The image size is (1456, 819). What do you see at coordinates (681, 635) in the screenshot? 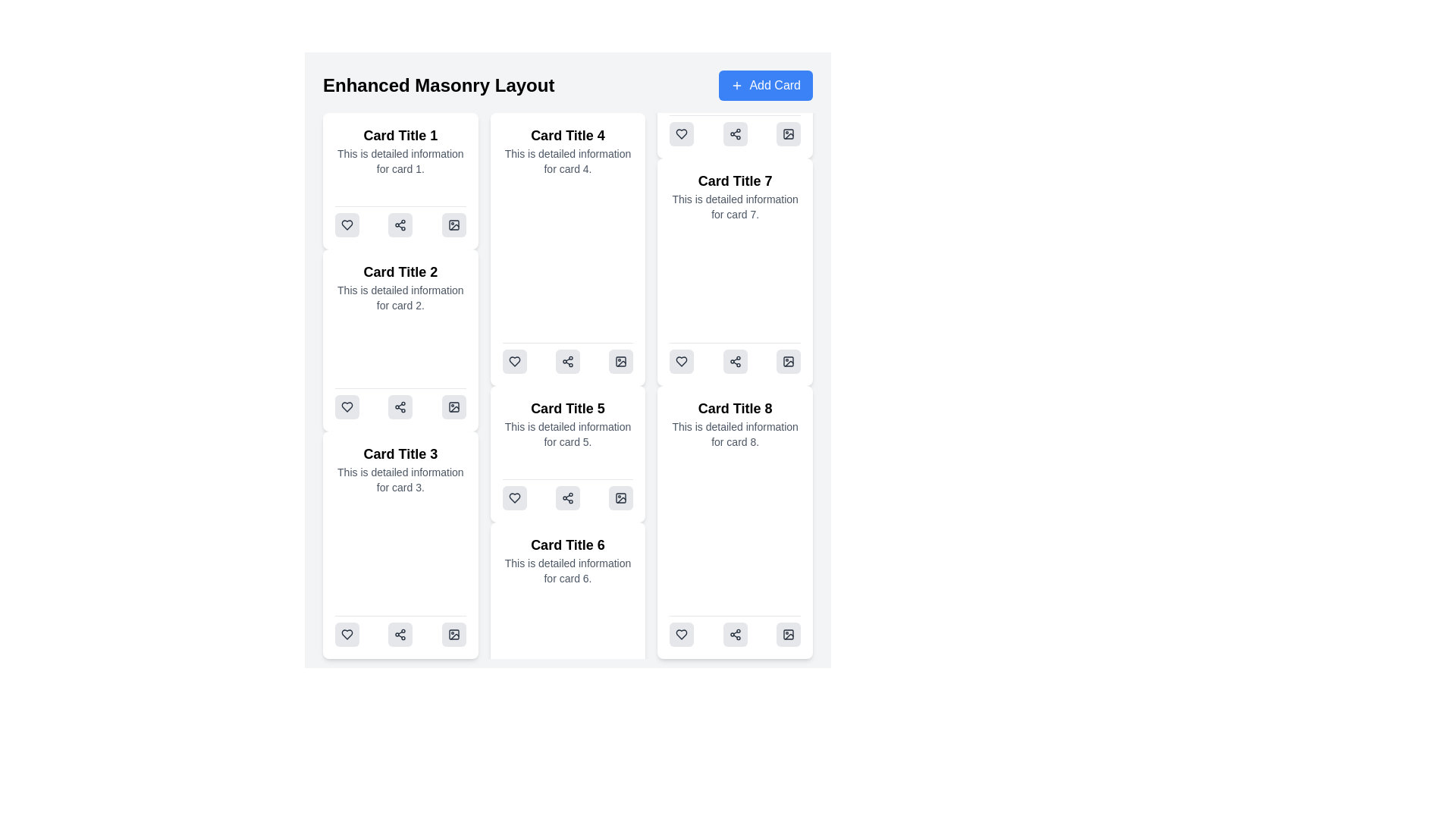
I see `the heart-shaped icon button located at the bottom-left section of the card labeled 'Card Title 8'` at bounding box center [681, 635].